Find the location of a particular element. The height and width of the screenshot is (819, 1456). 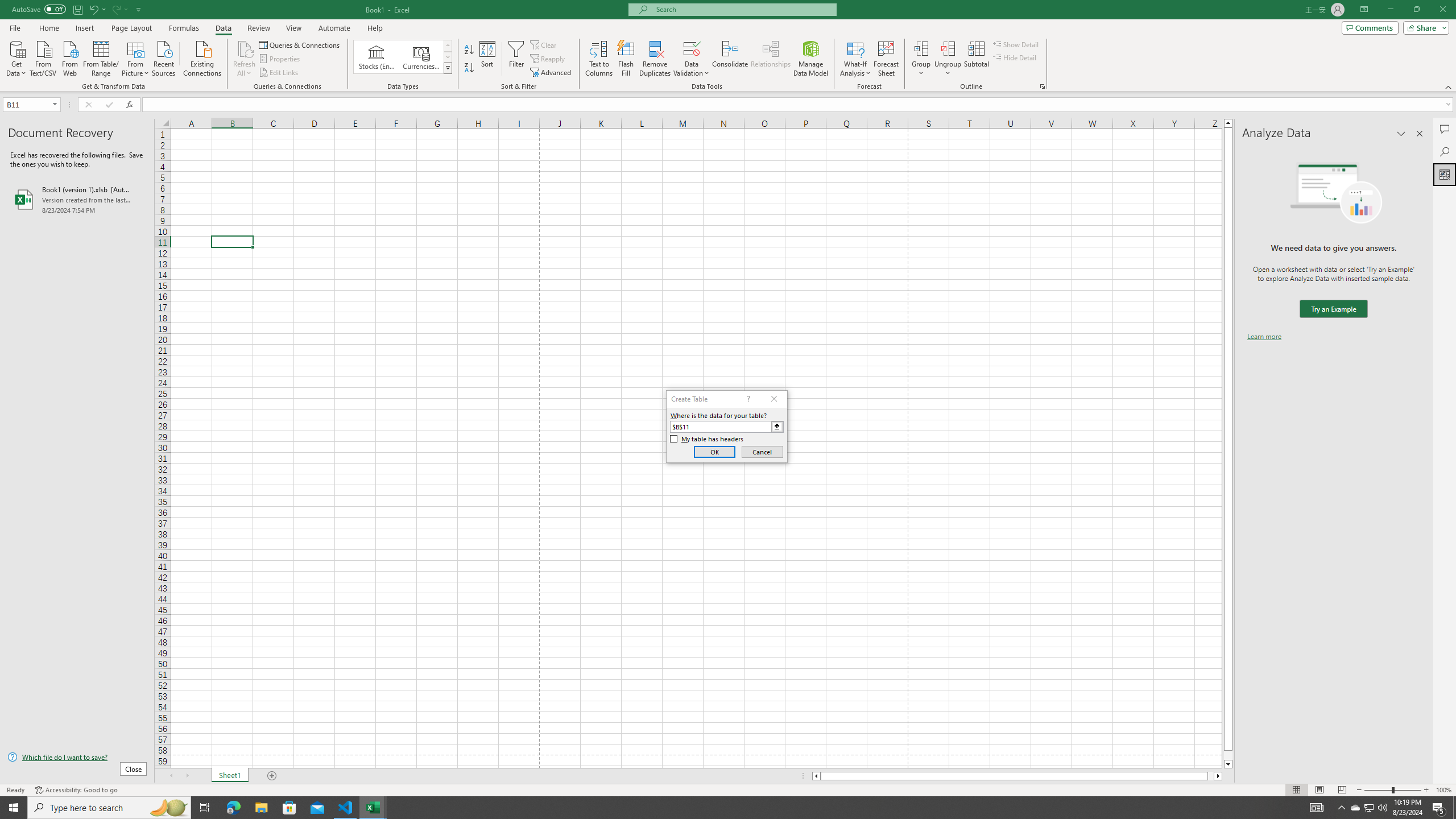

'Refresh All' is located at coordinates (244, 48).